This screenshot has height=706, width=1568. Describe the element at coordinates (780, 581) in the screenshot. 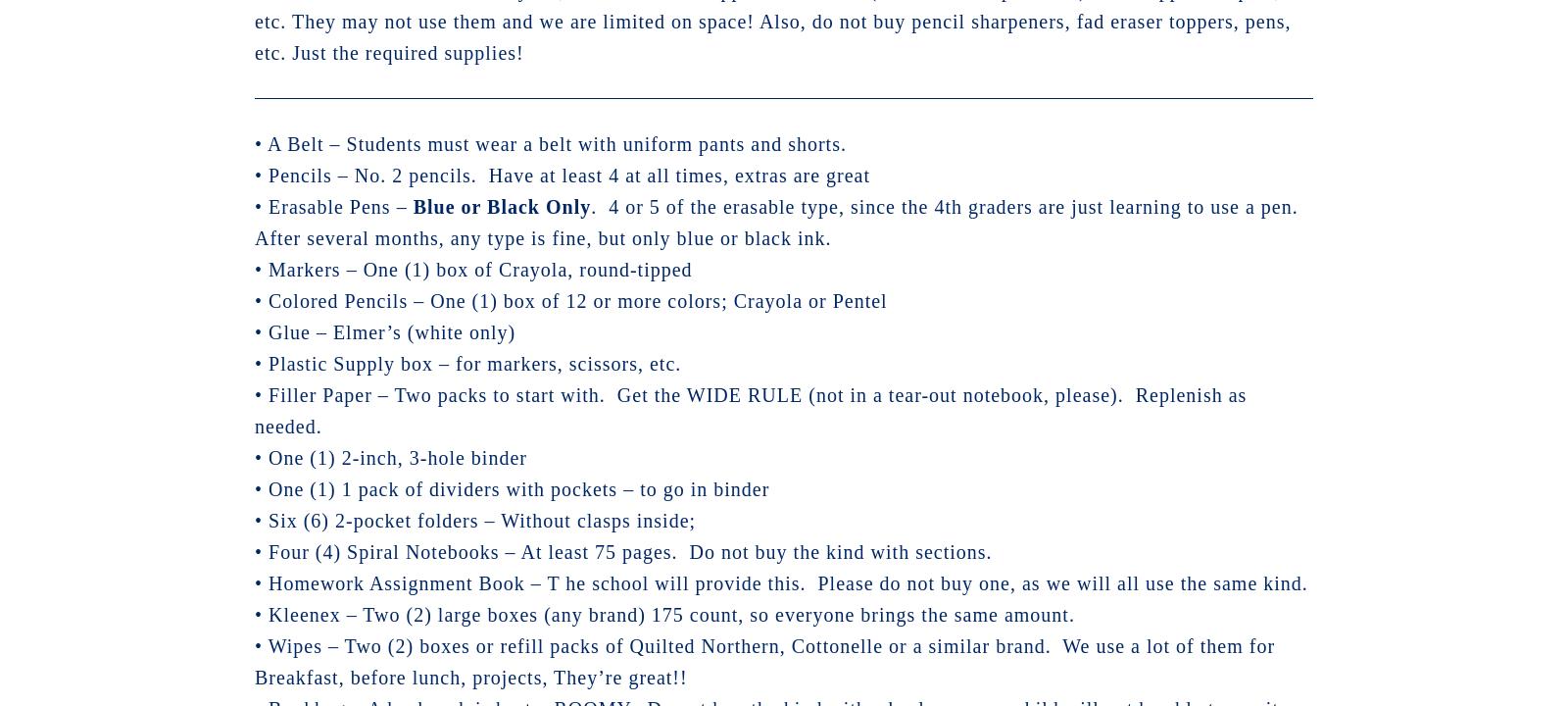

I see `'• Homework Assignment Book – T he school will provide this.  Please do not buy one, as we will all use the same kind.'` at that location.